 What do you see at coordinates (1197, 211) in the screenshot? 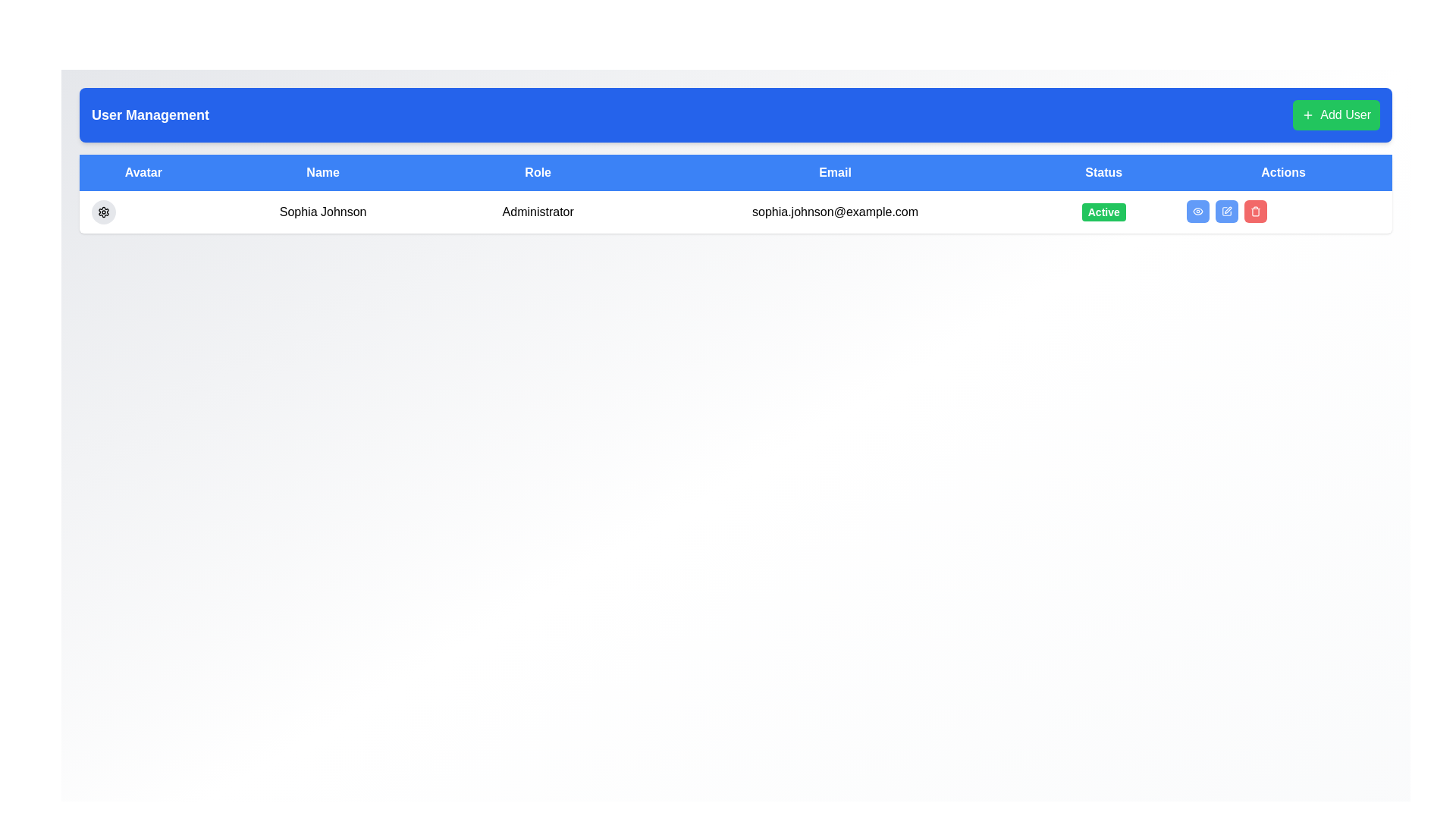
I see `the 'View' button in the 'Actions' column for the user 'Sophia Johnson' to change its visual appearance` at bounding box center [1197, 211].